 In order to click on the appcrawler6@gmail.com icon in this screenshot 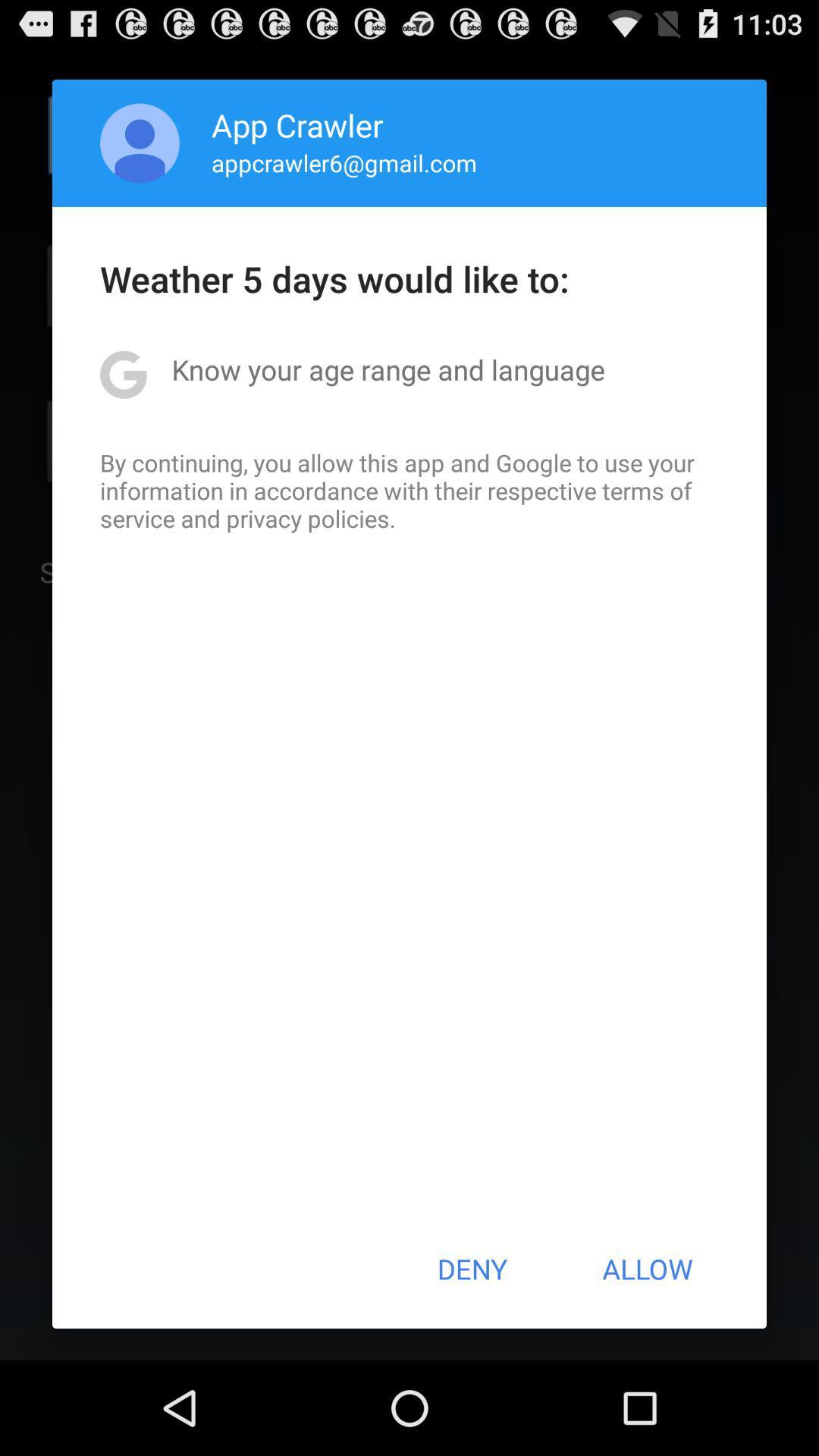, I will do `click(344, 162)`.